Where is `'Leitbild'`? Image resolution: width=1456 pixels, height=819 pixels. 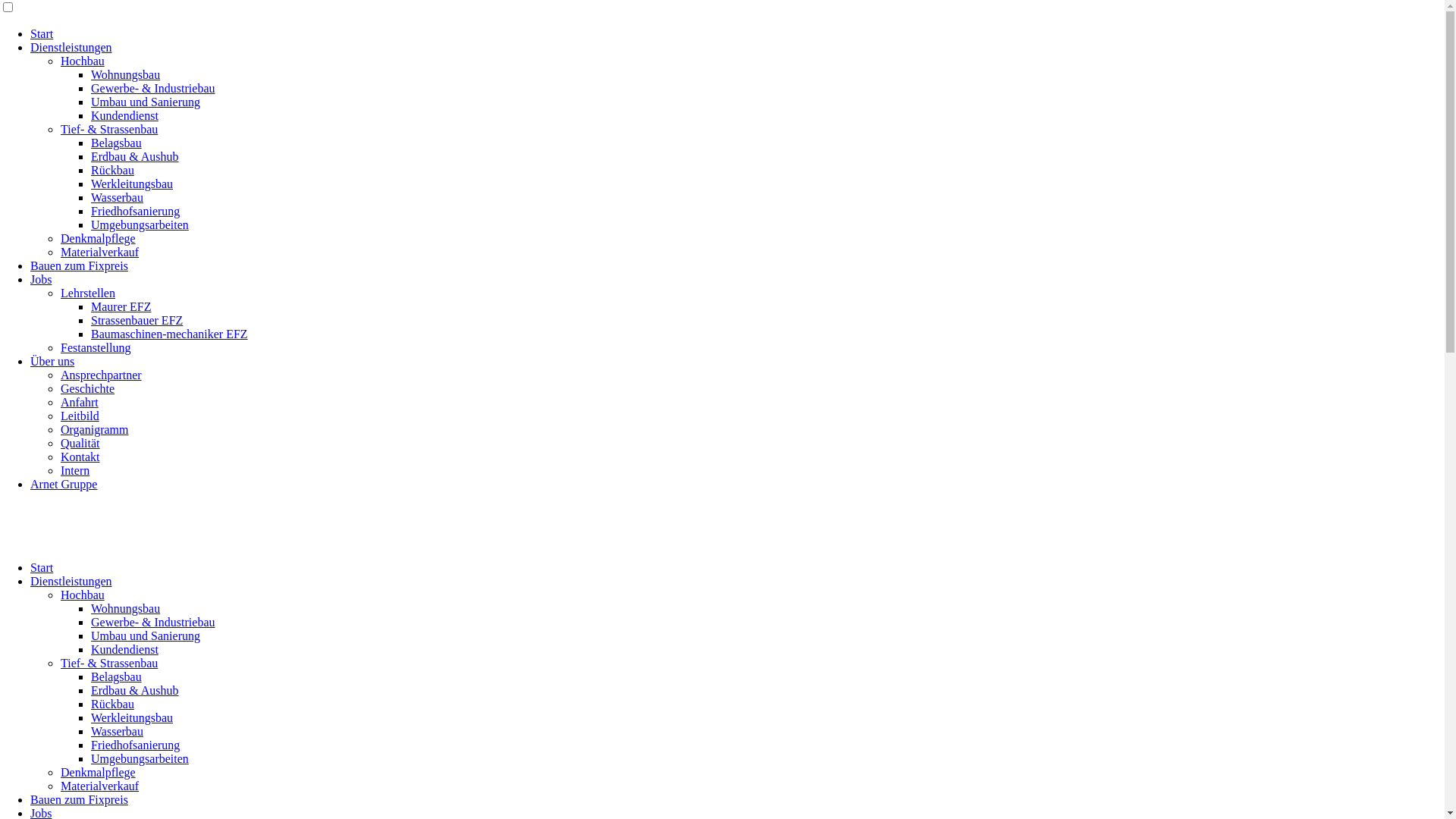
'Leitbild' is located at coordinates (61, 416).